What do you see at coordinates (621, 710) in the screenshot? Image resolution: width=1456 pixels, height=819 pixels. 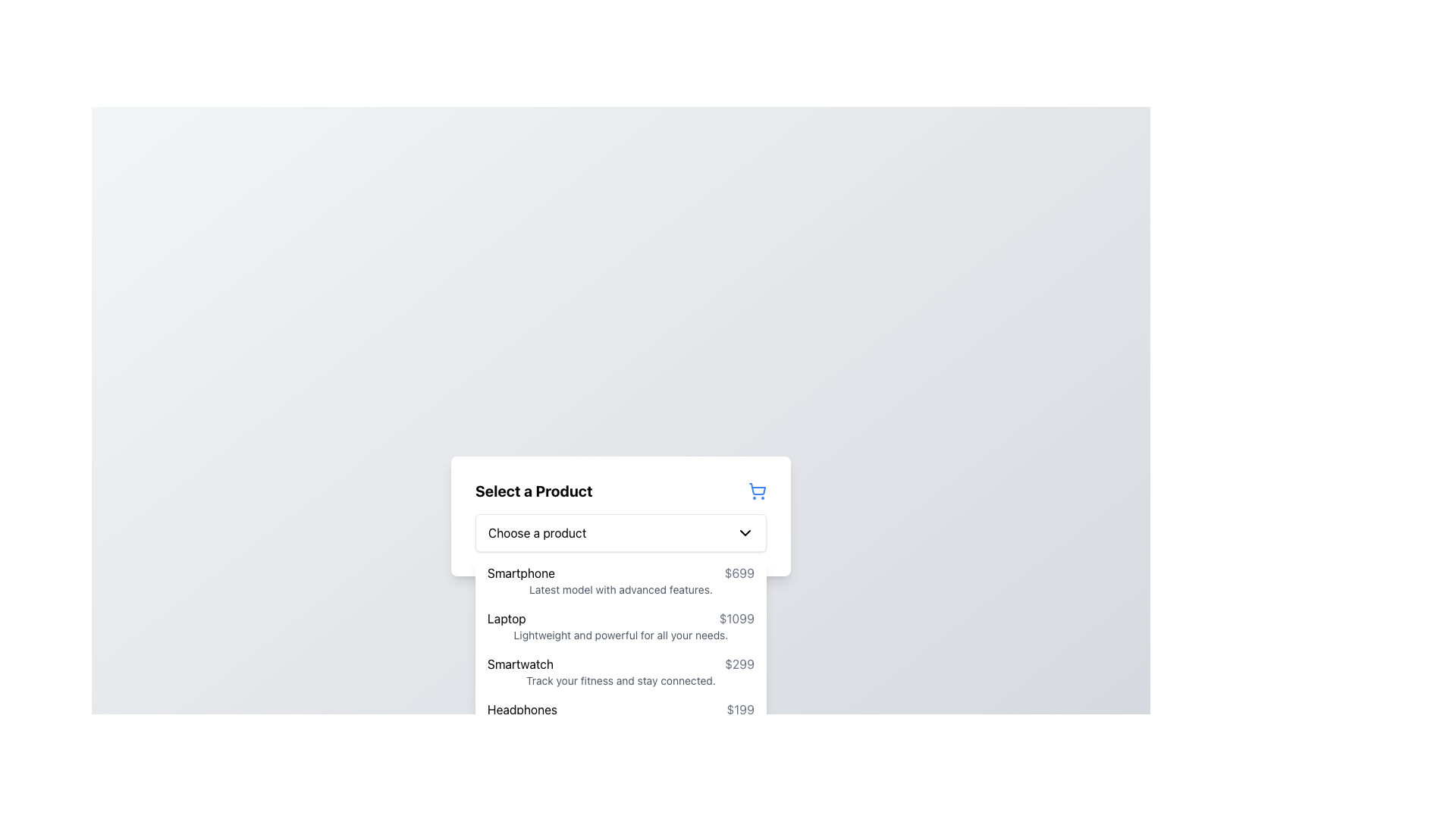 I see `the product listing display element located at the bottom of the 'Select a Product' dropdown menu` at bounding box center [621, 710].